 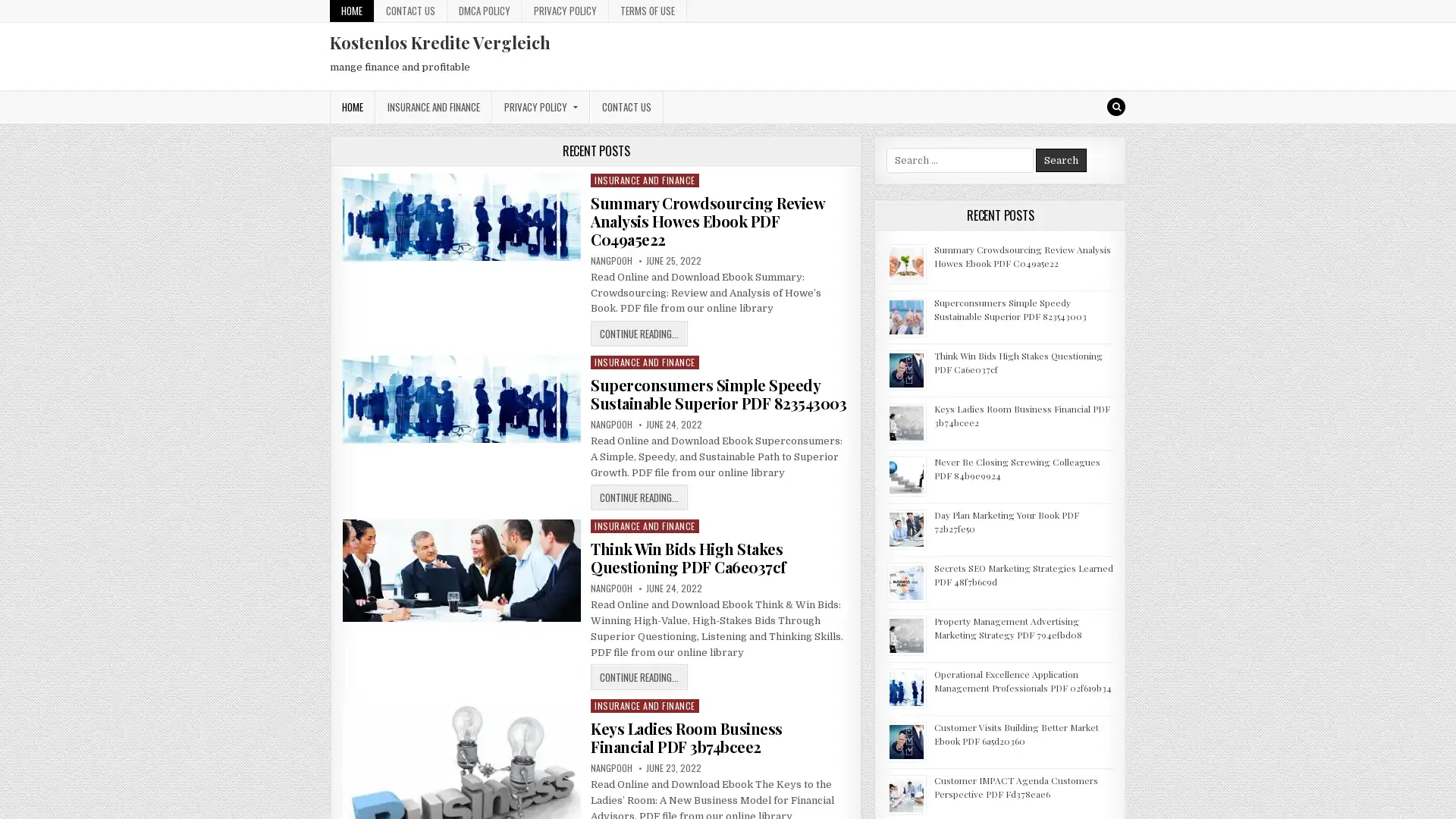 I want to click on Search, so click(x=1060, y=160).